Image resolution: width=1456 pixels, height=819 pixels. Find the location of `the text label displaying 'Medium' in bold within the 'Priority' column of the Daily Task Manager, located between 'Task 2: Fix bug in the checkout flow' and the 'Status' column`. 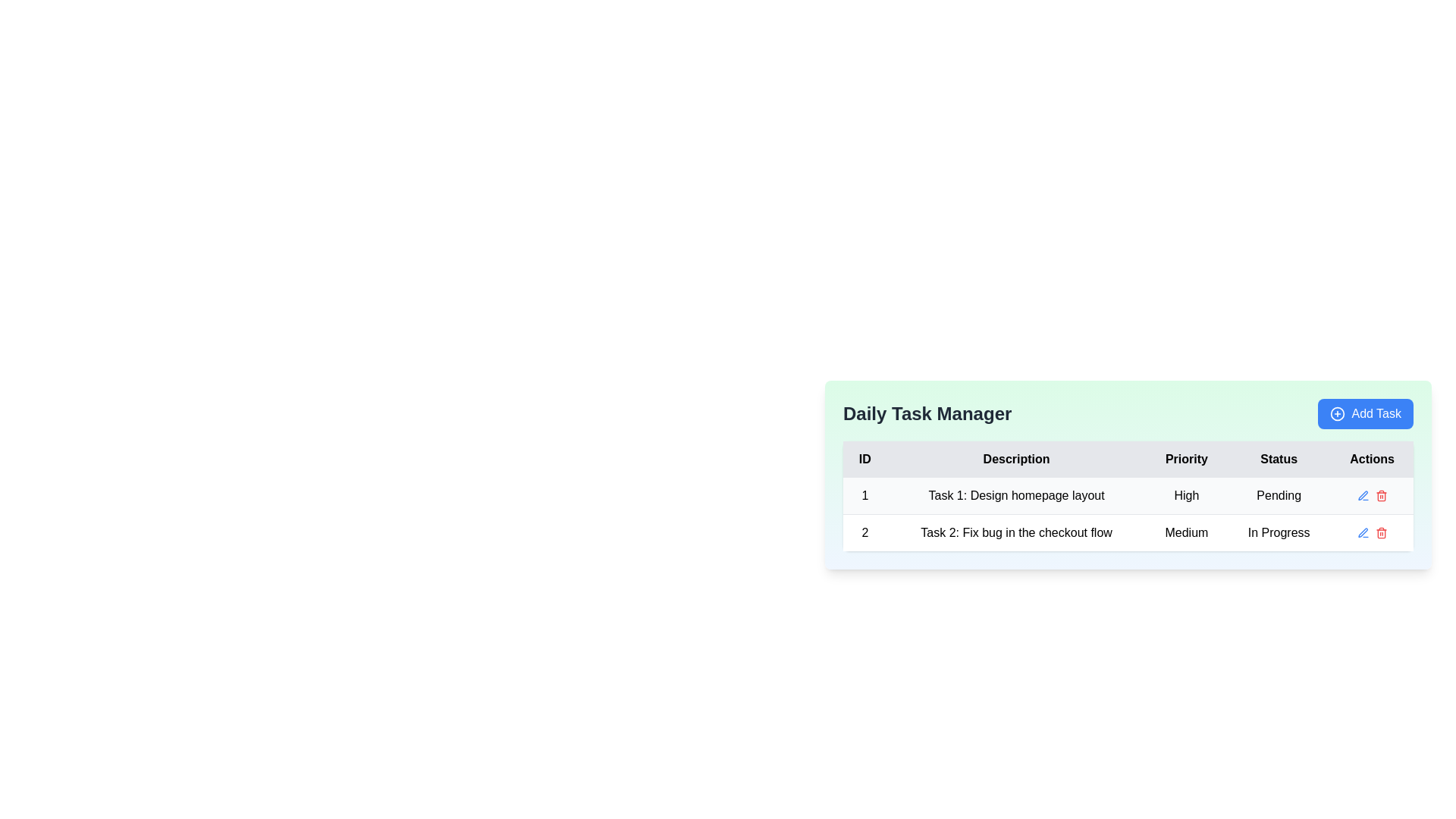

the text label displaying 'Medium' in bold within the 'Priority' column of the Daily Task Manager, located between 'Task 2: Fix bug in the checkout flow' and the 'Status' column is located at coordinates (1185, 532).